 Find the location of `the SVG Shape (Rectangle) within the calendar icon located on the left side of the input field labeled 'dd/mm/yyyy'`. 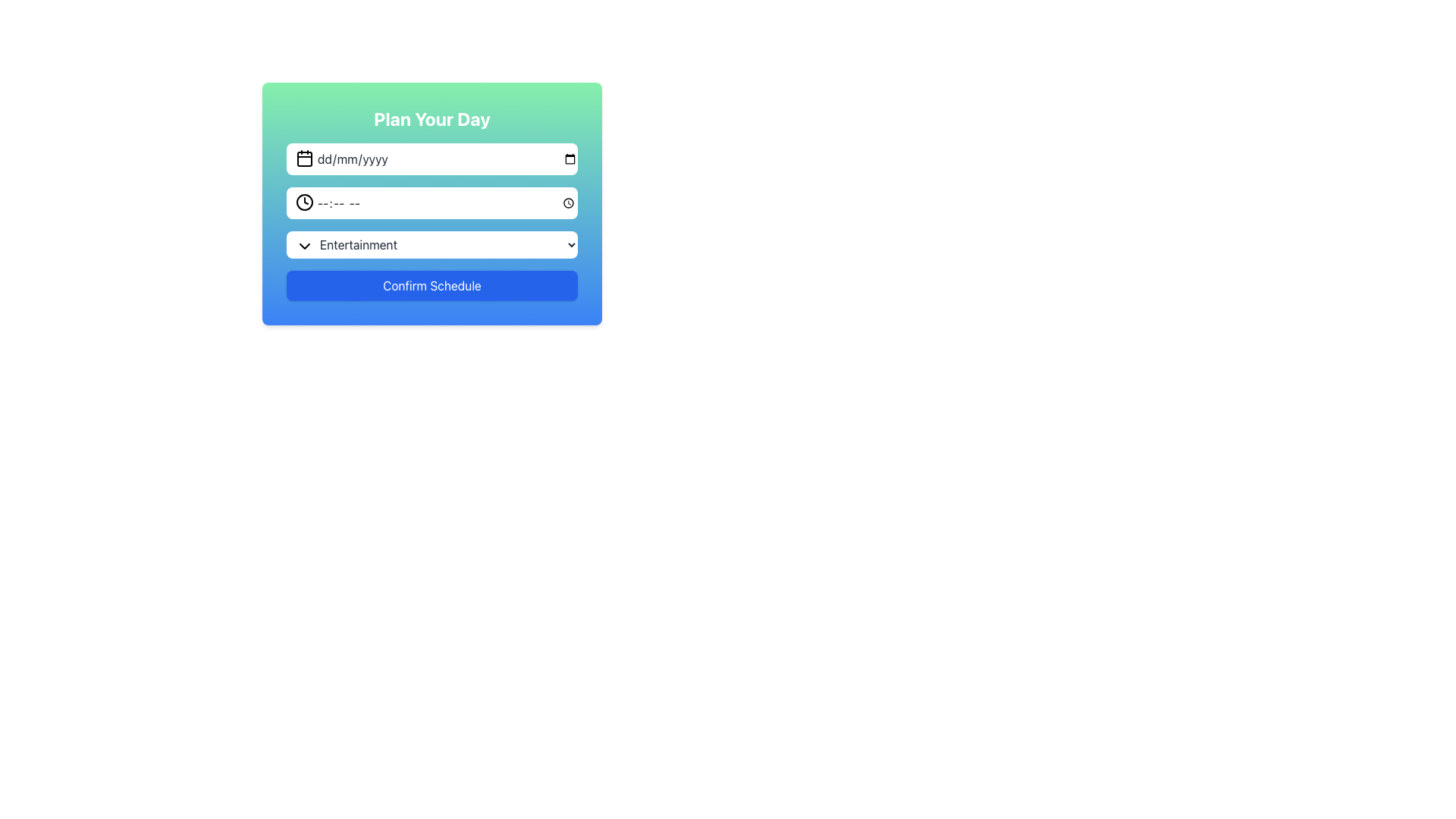

the SVG Shape (Rectangle) within the calendar icon located on the left side of the input field labeled 'dd/mm/yyyy' is located at coordinates (304, 158).